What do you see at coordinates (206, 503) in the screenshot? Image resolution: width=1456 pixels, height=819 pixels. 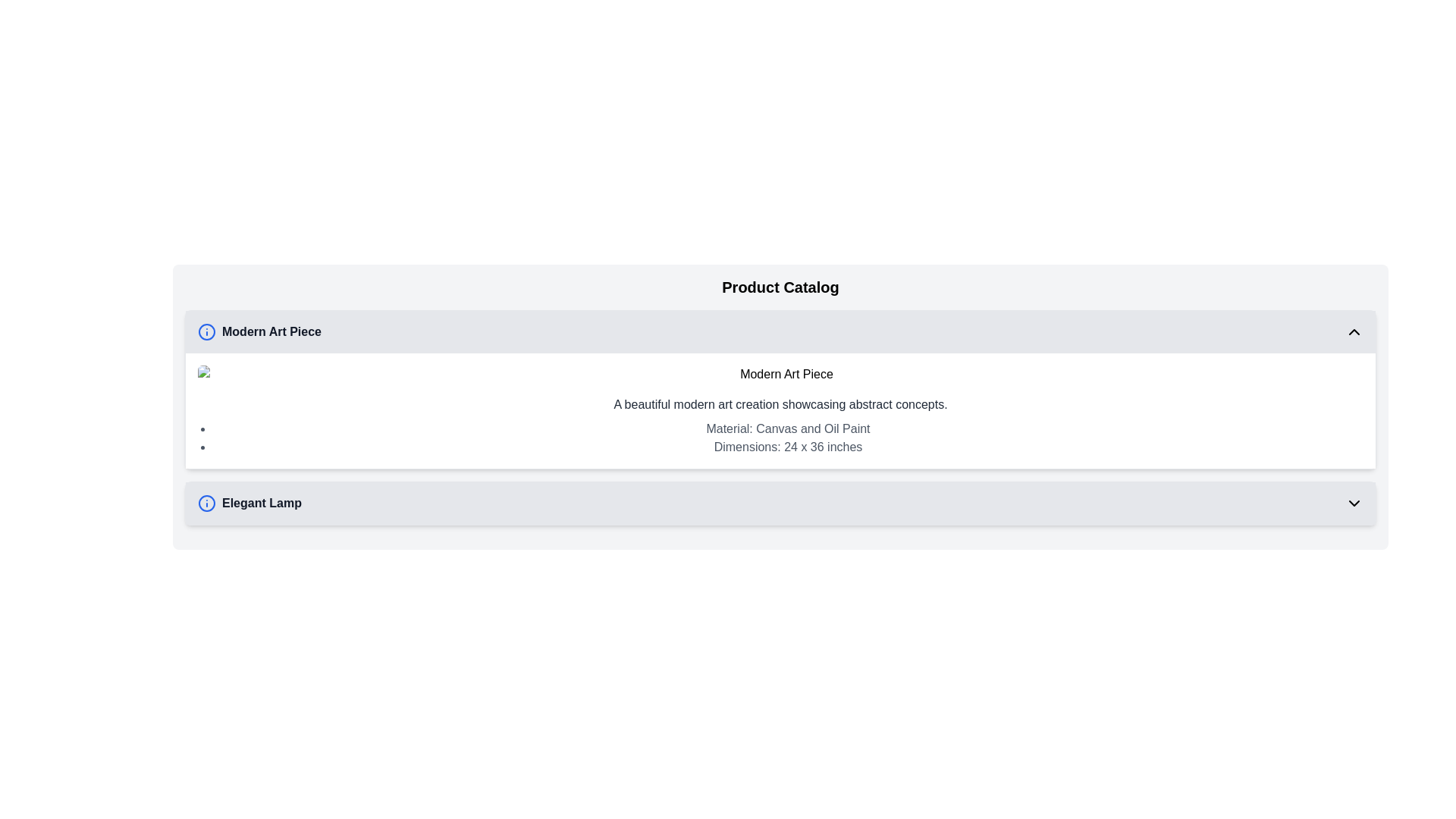 I see `the circular blue information icon located to the left of the text 'Elegant Lamp' for accessibility utilities` at bounding box center [206, 503].